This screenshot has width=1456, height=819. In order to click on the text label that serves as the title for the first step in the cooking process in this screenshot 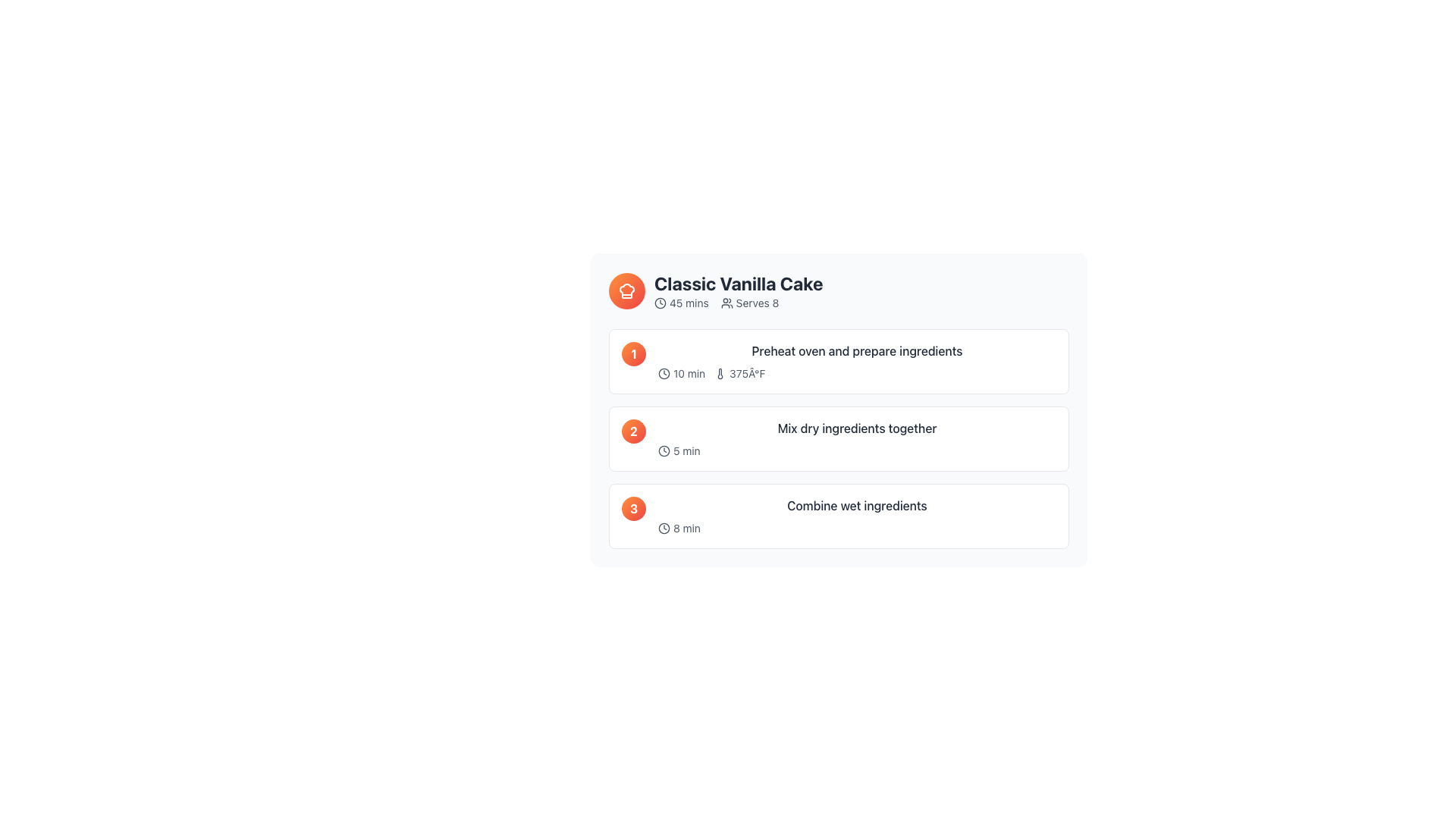, I will do `click(857, 350)`.